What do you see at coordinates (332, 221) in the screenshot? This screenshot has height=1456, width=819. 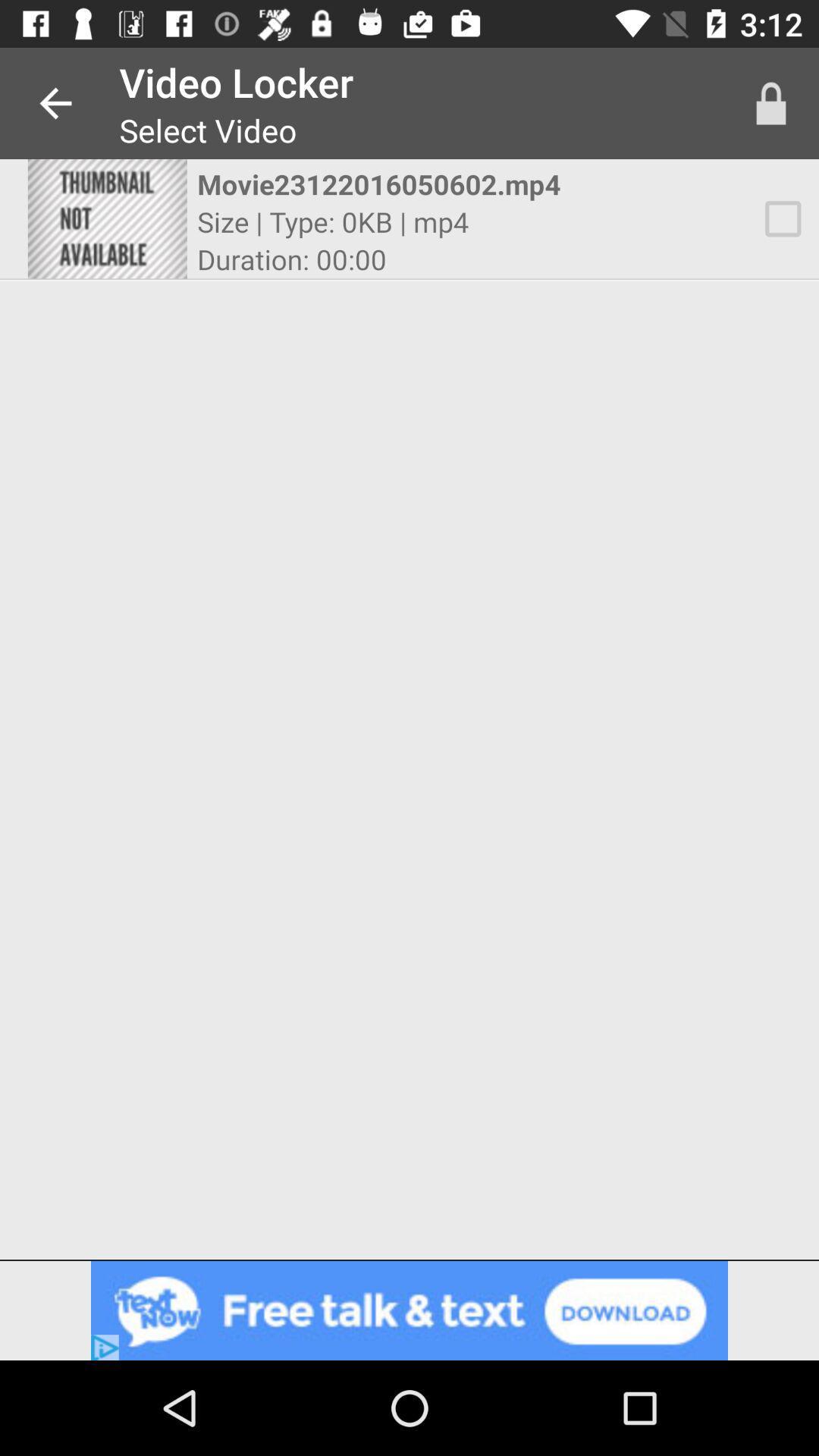 I see `size type 0kb icon` at bounding box center [332, 221].